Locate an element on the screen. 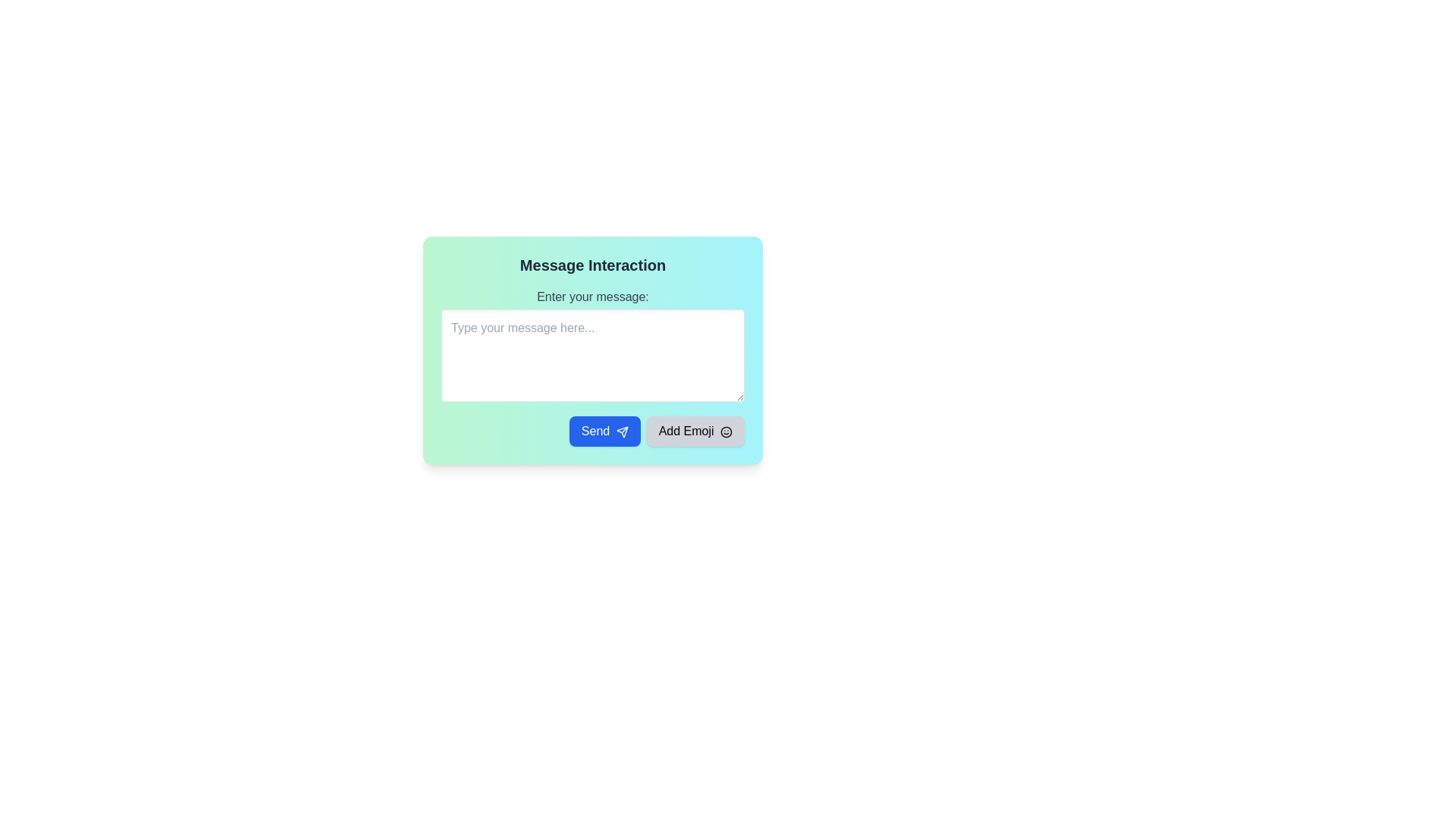 The width and height of the screenshot is (1456, 819). the 'Send' button which contains a paper airplane icon, located to the right of the text label 'Send' is located at coordinates (622, 431).